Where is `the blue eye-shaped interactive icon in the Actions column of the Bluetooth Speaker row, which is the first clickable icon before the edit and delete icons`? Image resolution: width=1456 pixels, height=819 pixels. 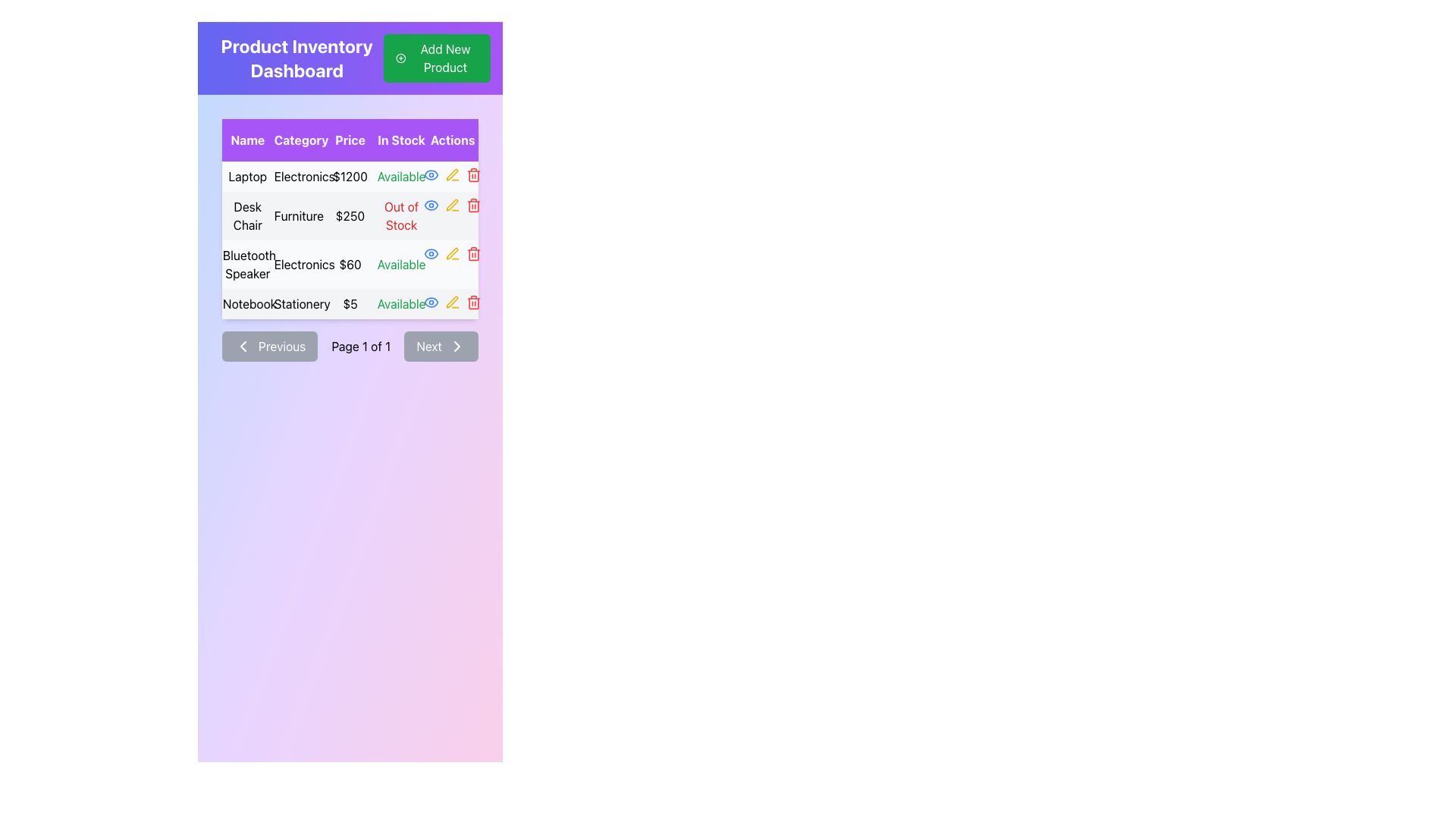 the blue eye-shaped interactive icon in the Actions column of the Bluetooth Speaker row, which is the first clickable icon before the edit and delete icons is located at coordinates (431, 253).